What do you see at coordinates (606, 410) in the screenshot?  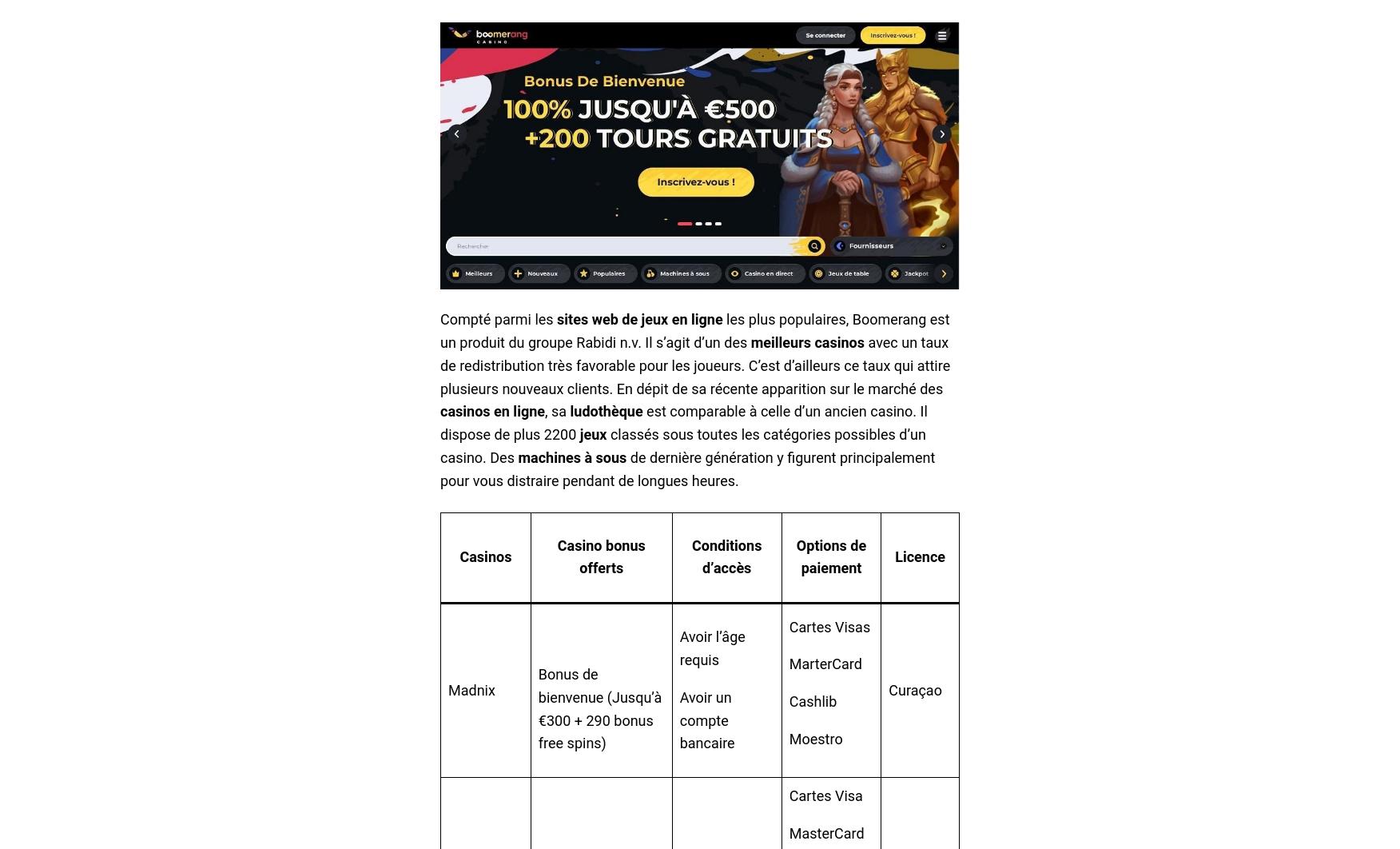 I see `'ludothèque'` at bounding box center [606, 410].